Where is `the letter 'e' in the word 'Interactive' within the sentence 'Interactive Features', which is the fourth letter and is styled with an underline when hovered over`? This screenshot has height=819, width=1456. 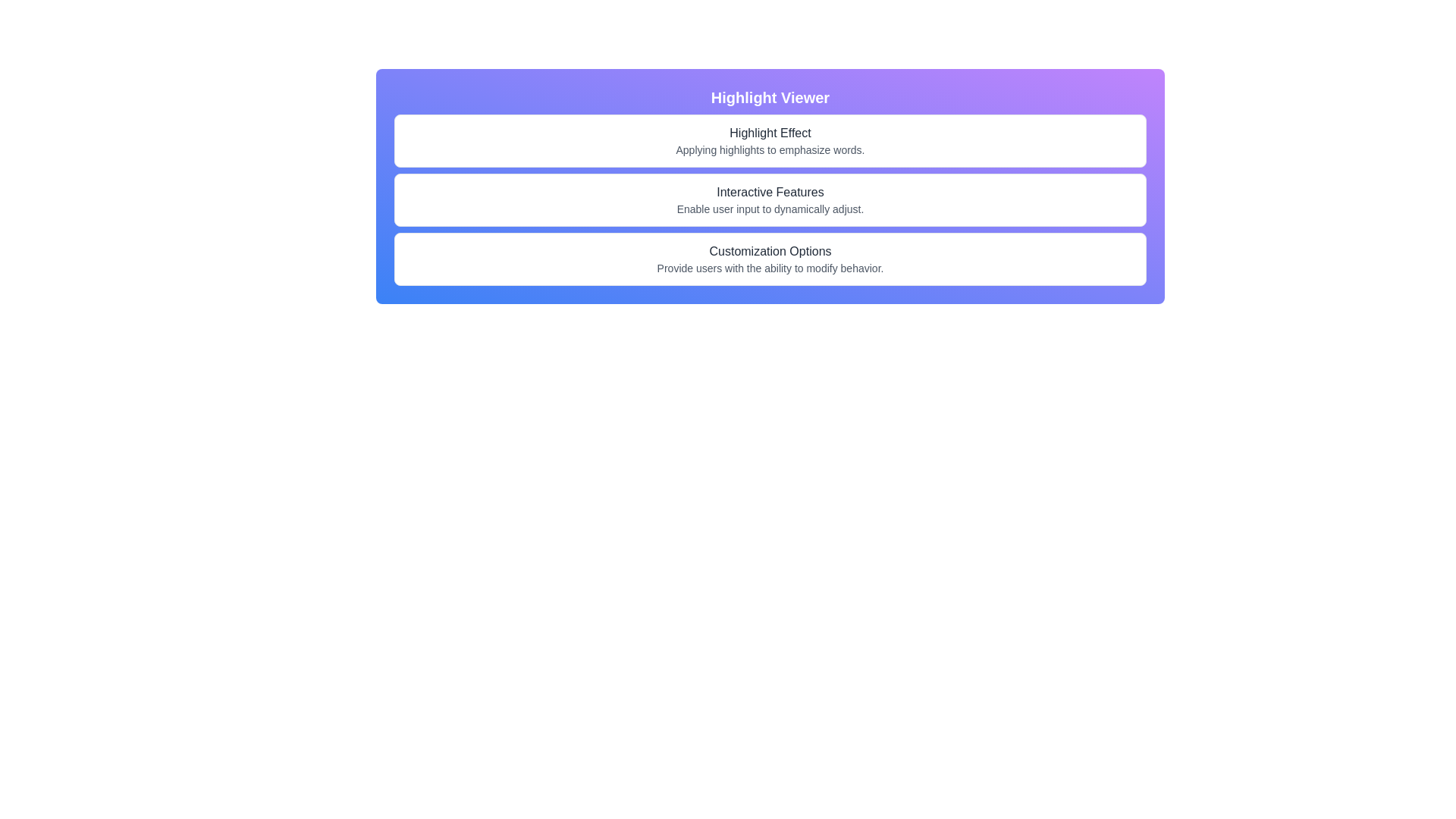 the letter 'e' in the word 'Interactive' within the sentence 'Interactive Features', which is the fourth letter and is styled with an underline when hovered over is located at coordinates (733, 191).